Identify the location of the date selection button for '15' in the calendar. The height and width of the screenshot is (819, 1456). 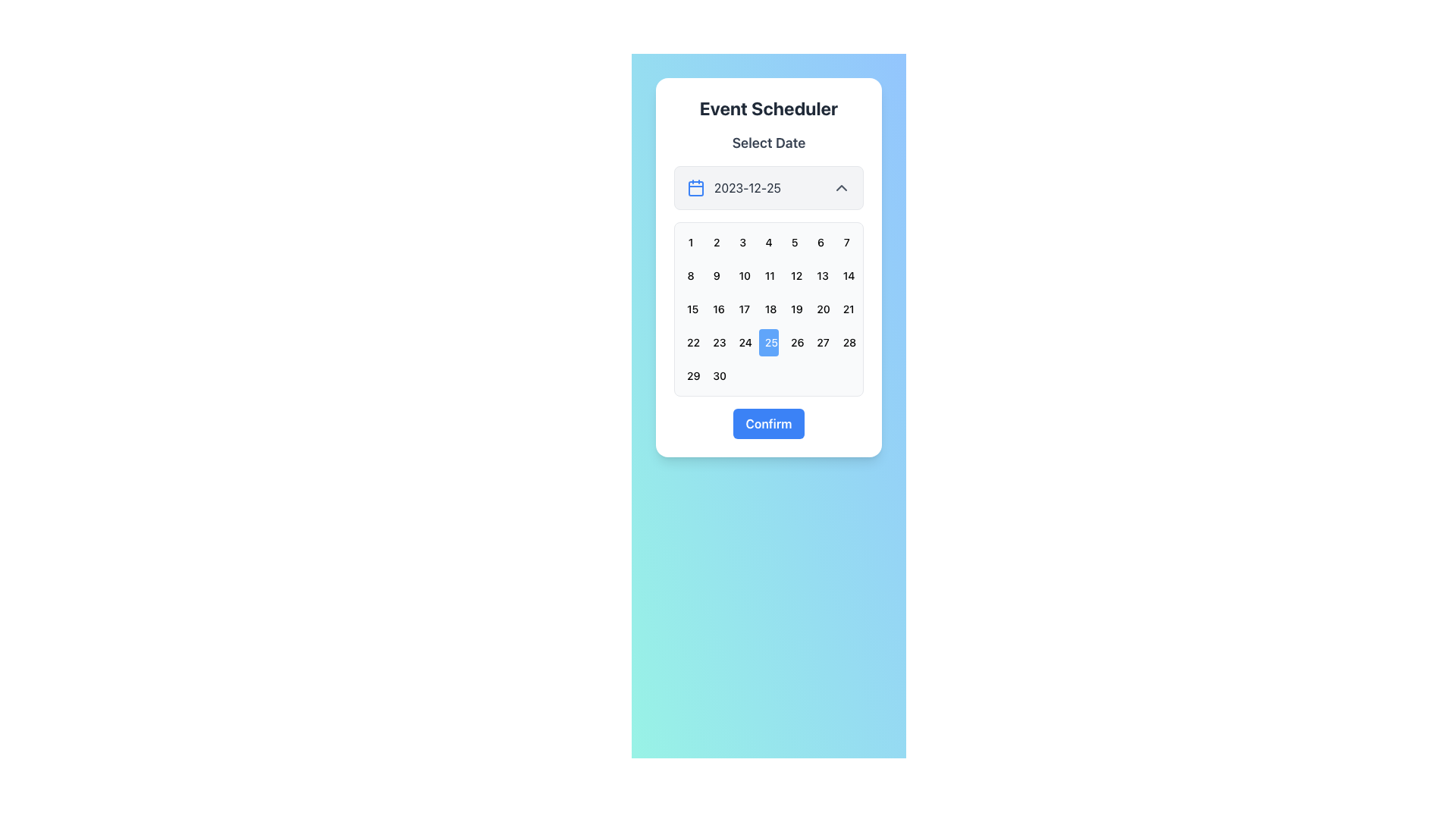
(690, 309).